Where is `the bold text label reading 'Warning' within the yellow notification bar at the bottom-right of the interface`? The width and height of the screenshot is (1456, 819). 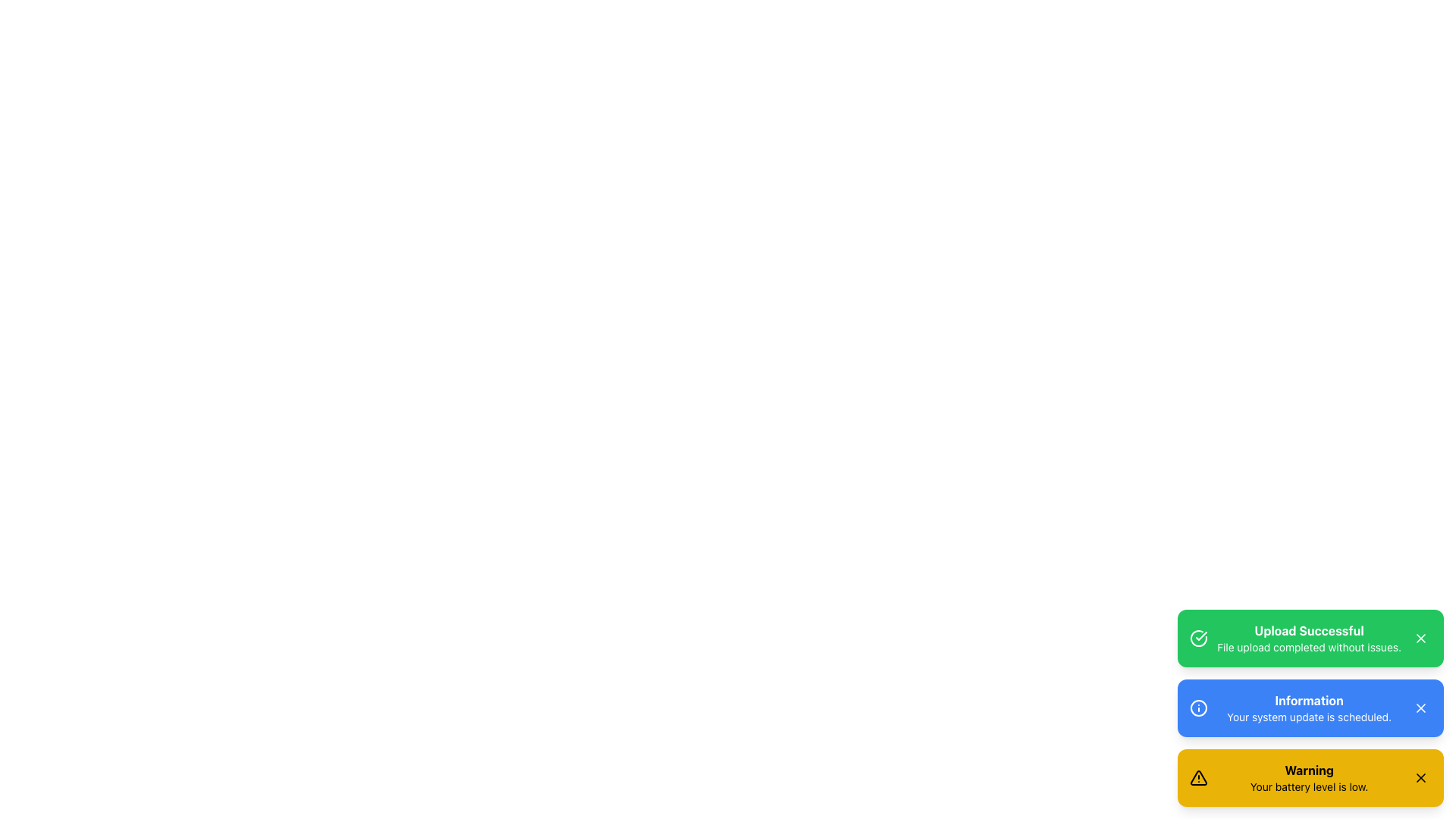 the bold text label reading 'Warning' within the yellow notification bar at the bottom-right of the interface is located at coordinates (1308, 770).